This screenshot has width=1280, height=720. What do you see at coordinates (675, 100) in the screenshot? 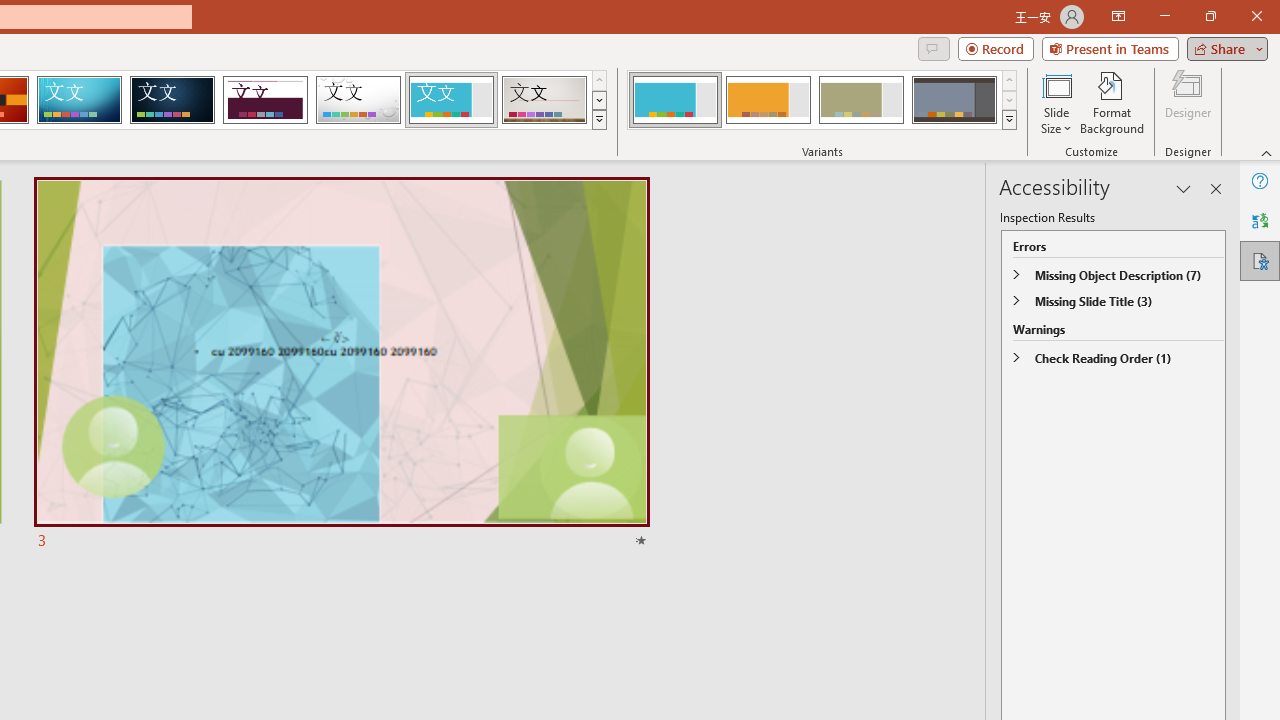
I see `'Frame Variant 1'` at bounding box center [675, 100].